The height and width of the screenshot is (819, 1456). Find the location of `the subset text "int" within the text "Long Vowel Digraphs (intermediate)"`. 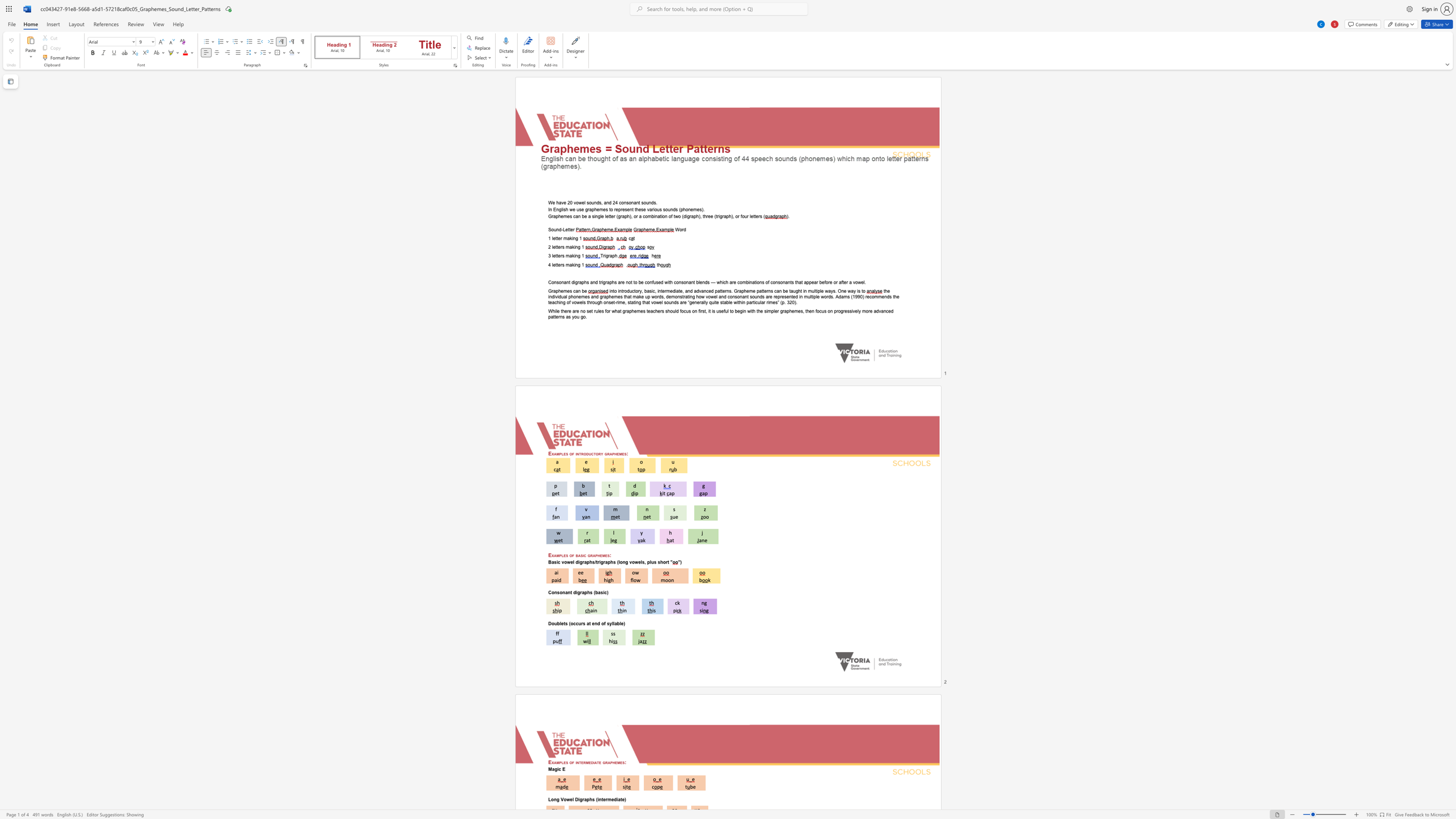

the subset text "int" within the text "Long Vowel Digraphs (intermediate)" is located at coordinates (597, 799).